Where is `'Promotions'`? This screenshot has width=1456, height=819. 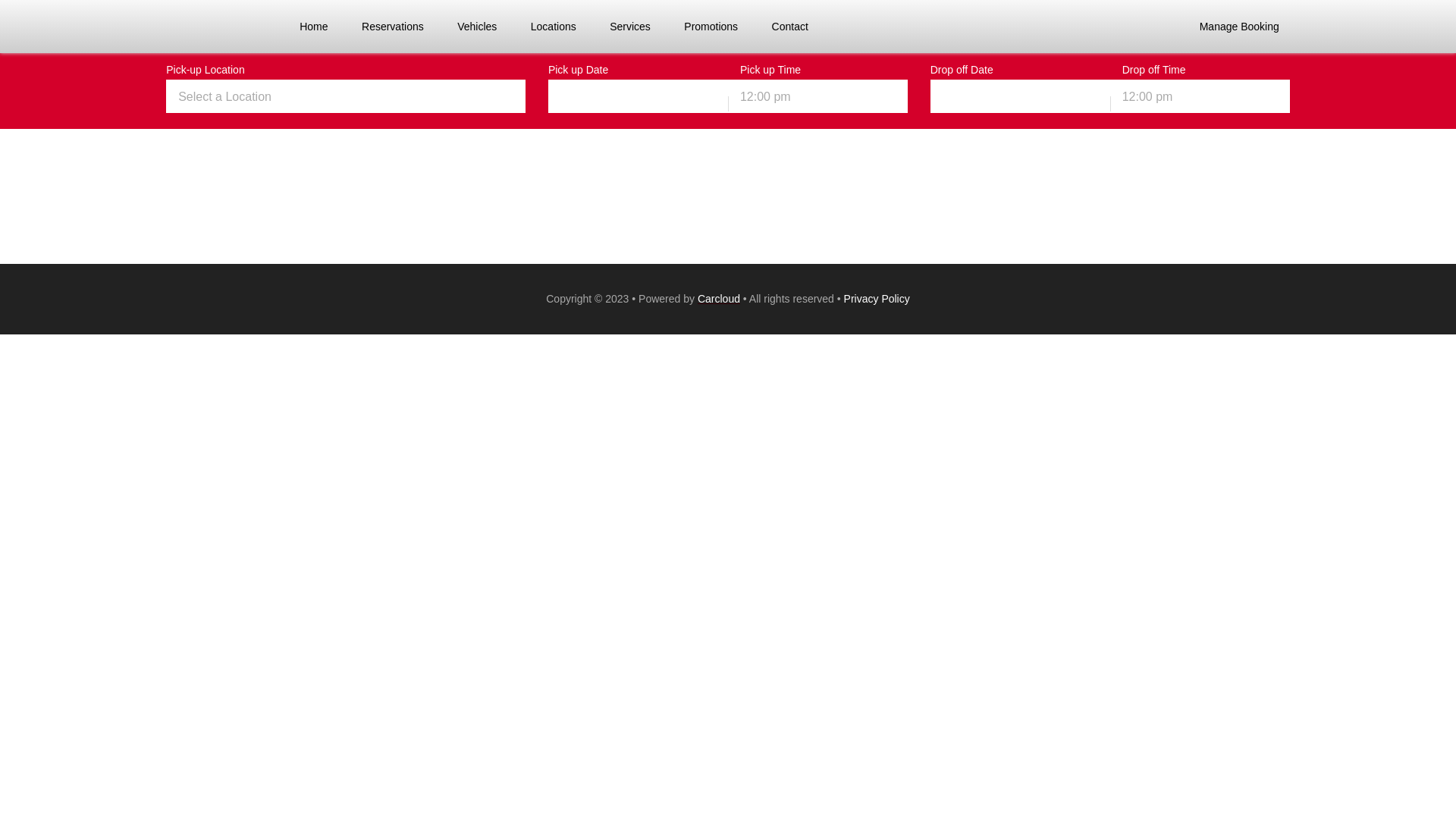 'Promotions' is located at coordinates (710, 26).